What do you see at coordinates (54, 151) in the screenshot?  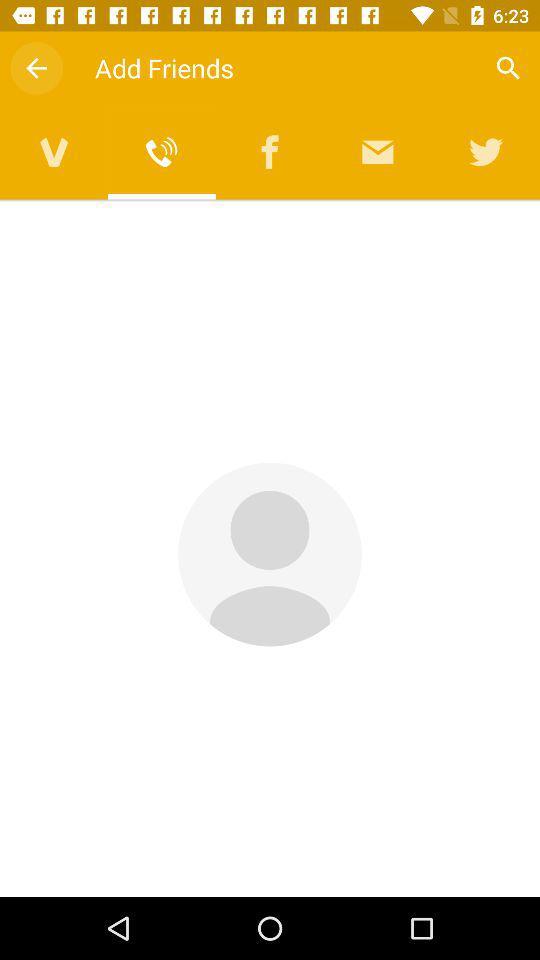 I see `find friends who are on oovoo` at bounding box center [54, 151].